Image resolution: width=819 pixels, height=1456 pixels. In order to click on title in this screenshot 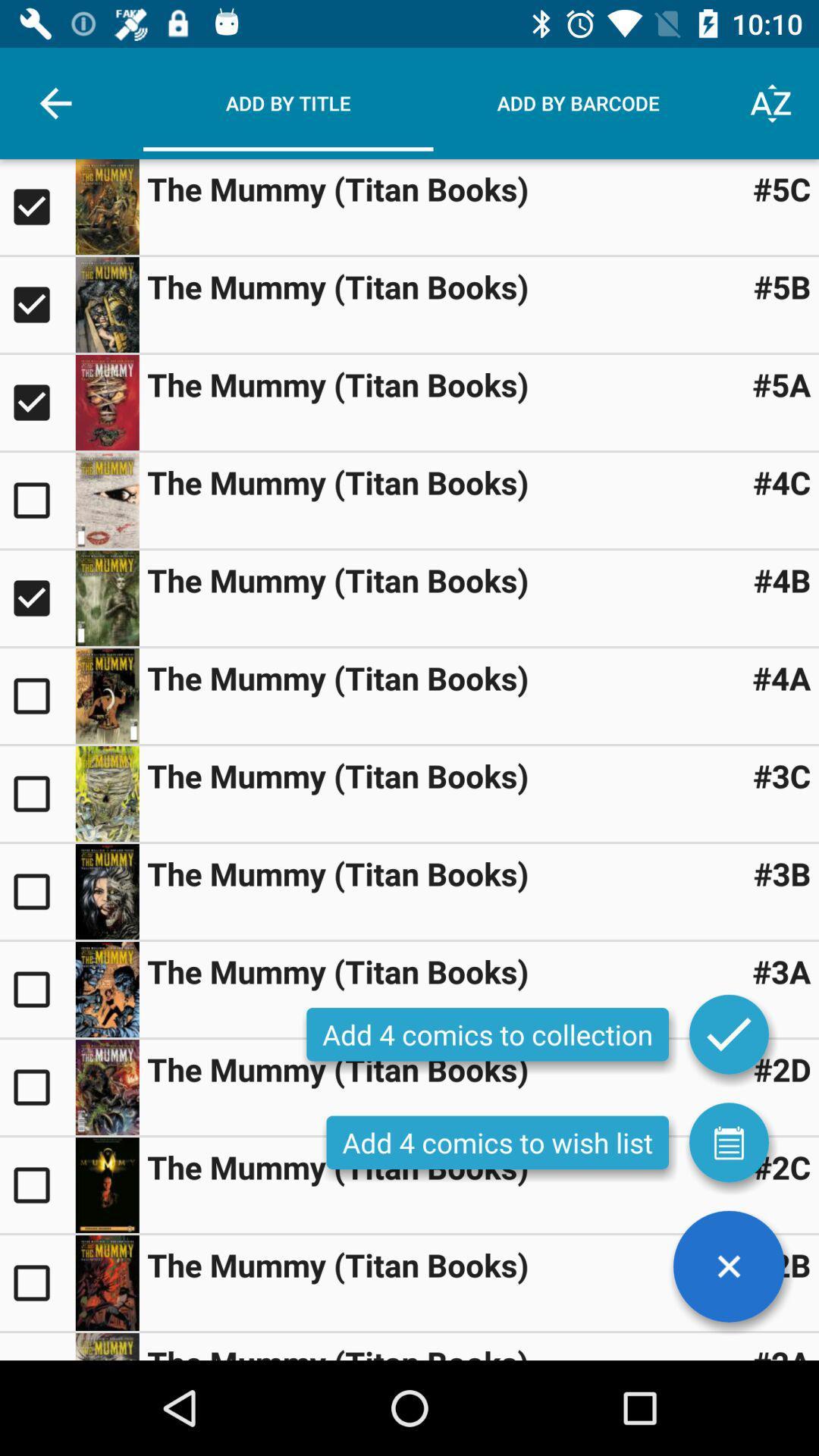, I will do `click(36, 990)`.